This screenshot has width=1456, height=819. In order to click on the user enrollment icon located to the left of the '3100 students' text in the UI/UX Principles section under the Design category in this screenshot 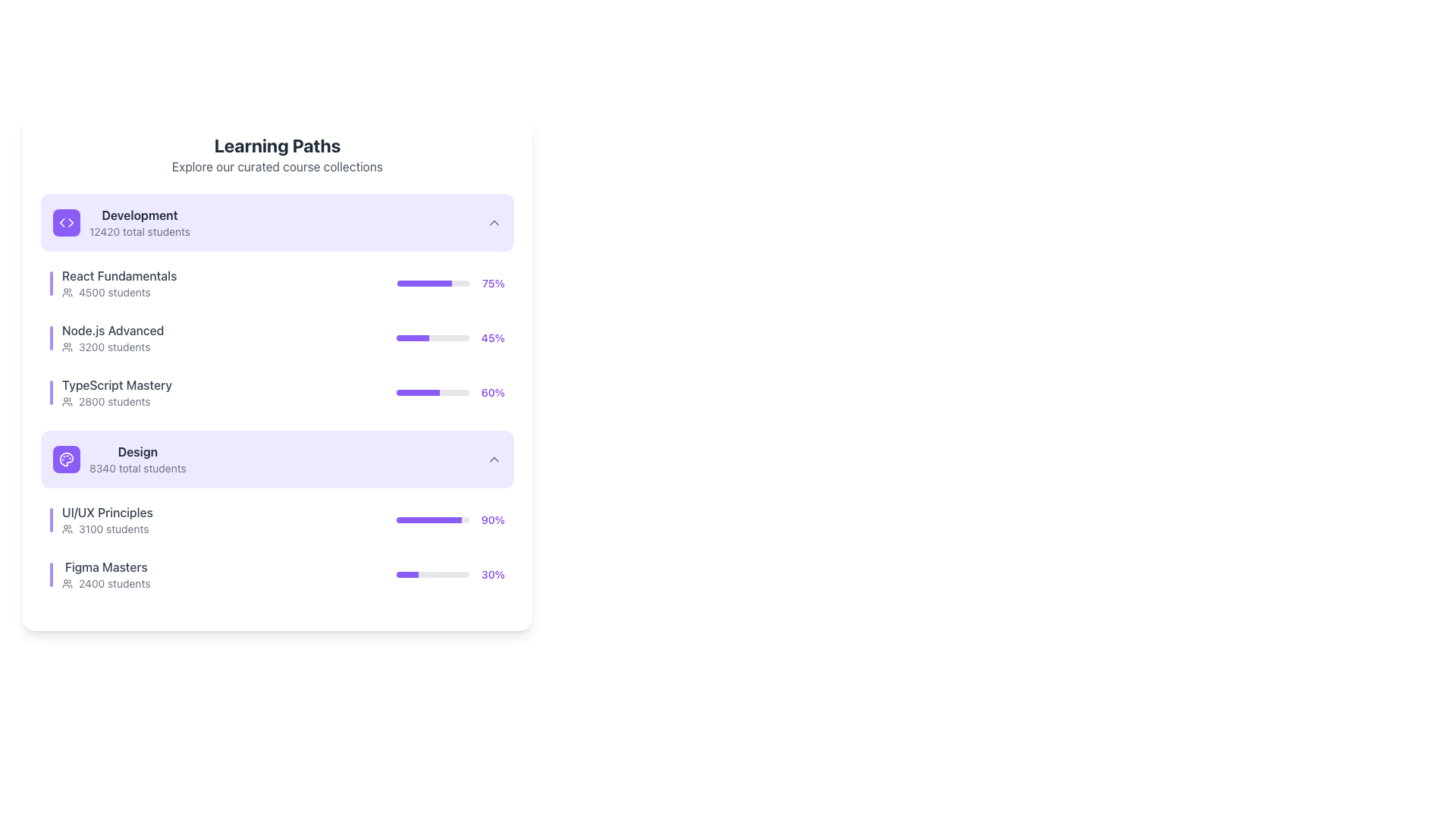, I will do `click(67, 529)`.